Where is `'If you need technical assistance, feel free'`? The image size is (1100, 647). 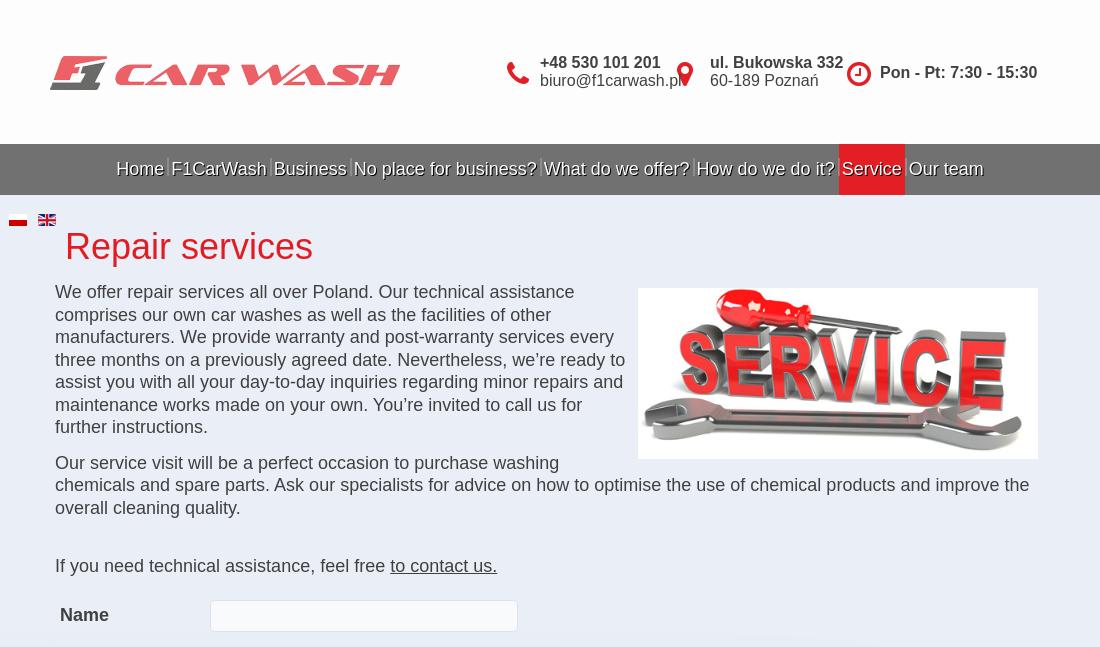
'If you need technical assistance, feel free' is located at coordinates (222, 565).